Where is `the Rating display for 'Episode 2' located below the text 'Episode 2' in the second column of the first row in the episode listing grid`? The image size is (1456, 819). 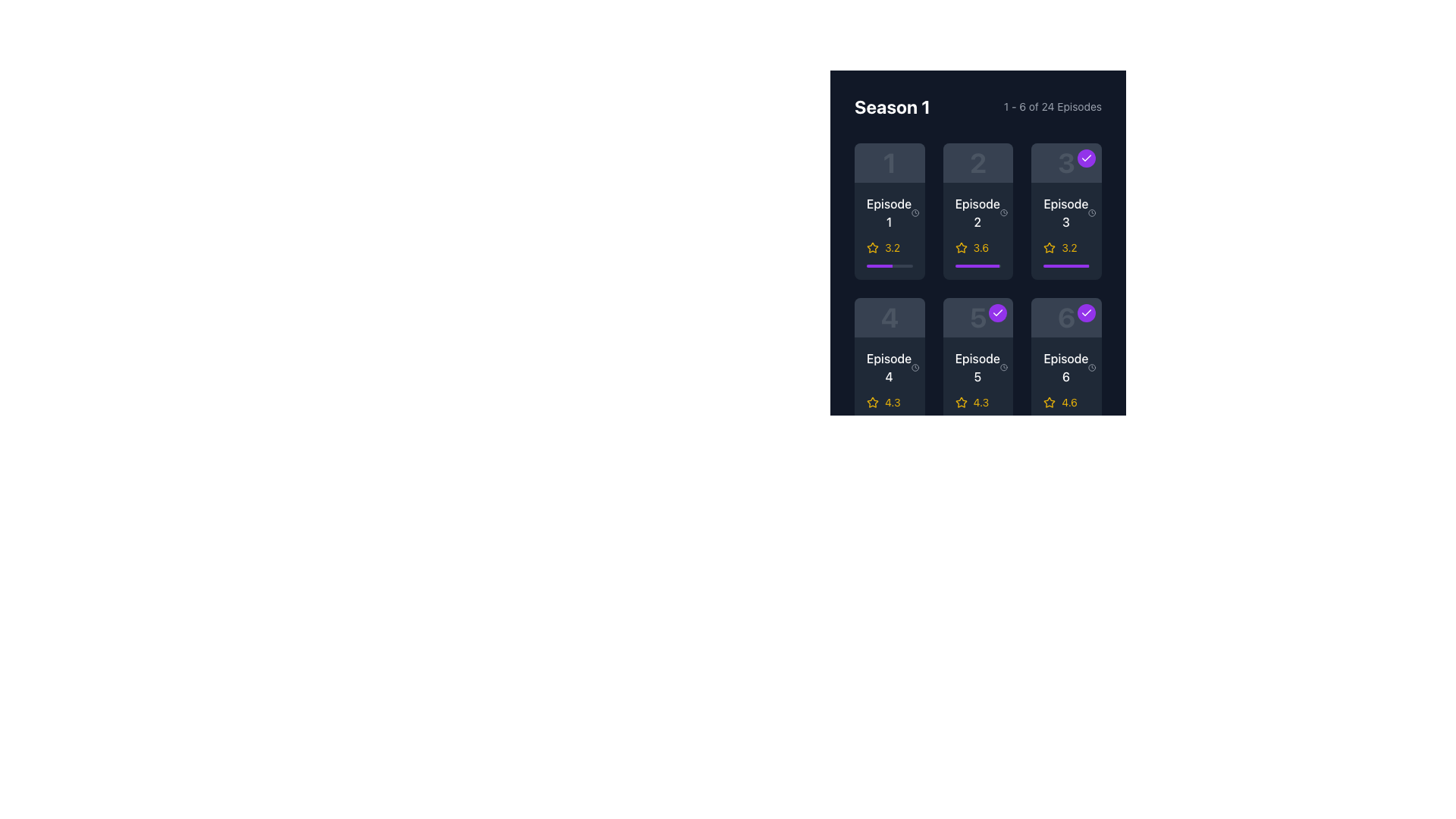 the Rating display for 'Episode 2' located below the text 'Episode 2' in the second column of the first row in the episode listing grid is located at coordinates (978, 247).